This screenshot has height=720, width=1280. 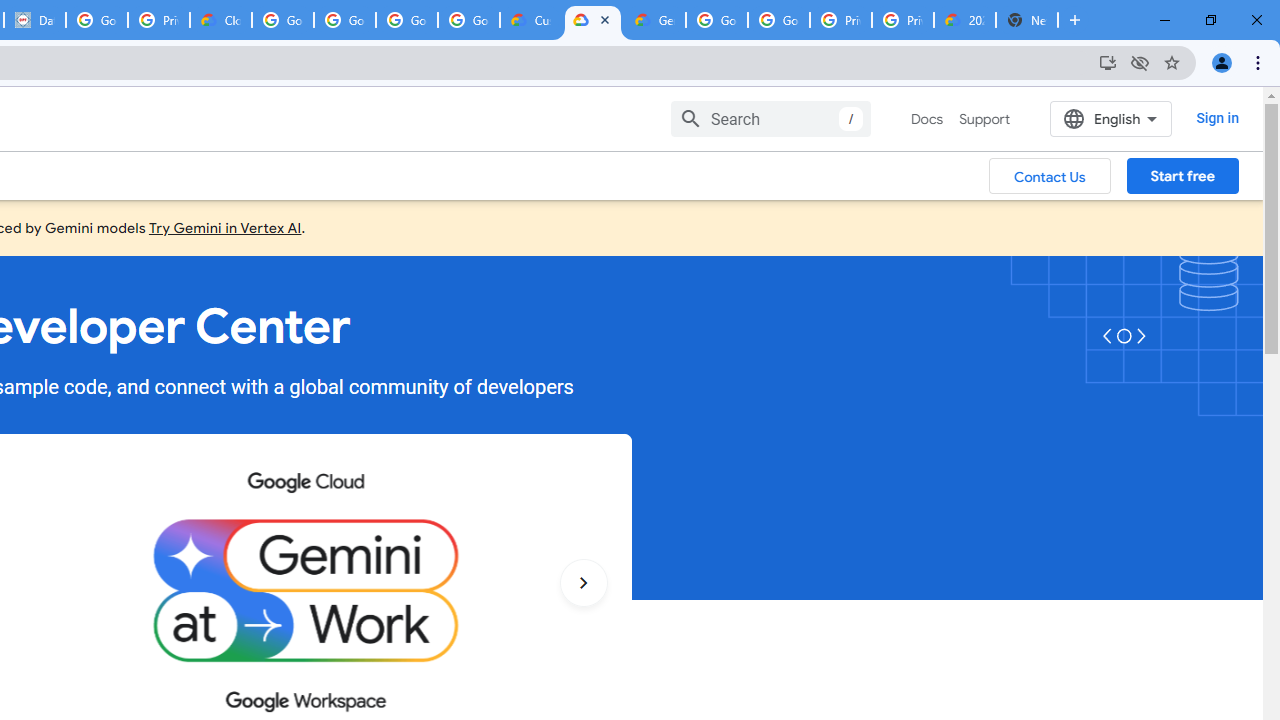 What do you see at coordinates (225, 226) in the screenshot?
I see `'Try Gemini in Vertex AI'` at bounding box center [225, 226].